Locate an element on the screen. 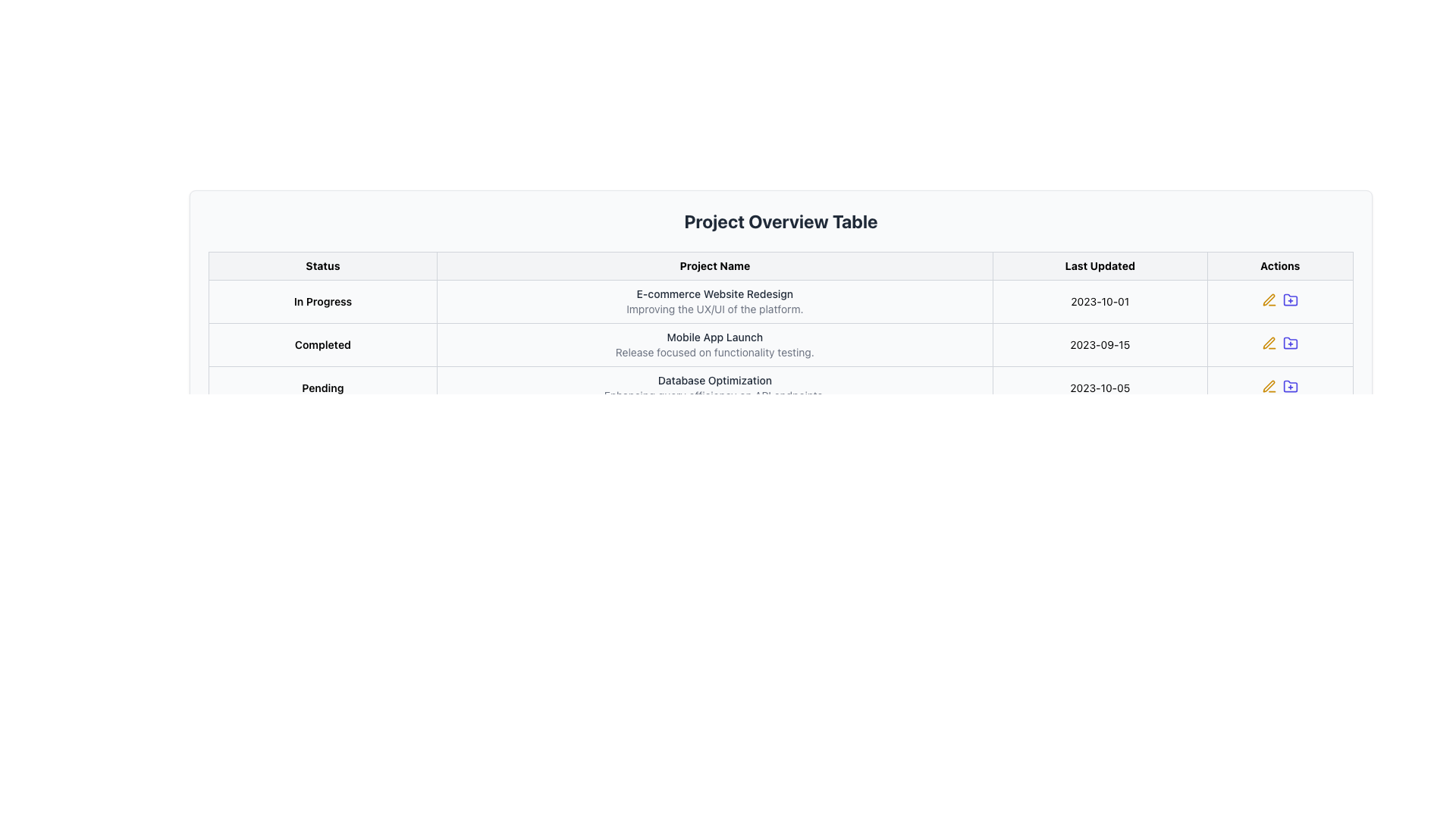 Image resolution: width=1456 pixels, height=819 pixels. text displayed in the second text block of the 'Project Name' column in the 'Pending' row of the table, which provides information about a pending project is located at coordinates (714, 388).